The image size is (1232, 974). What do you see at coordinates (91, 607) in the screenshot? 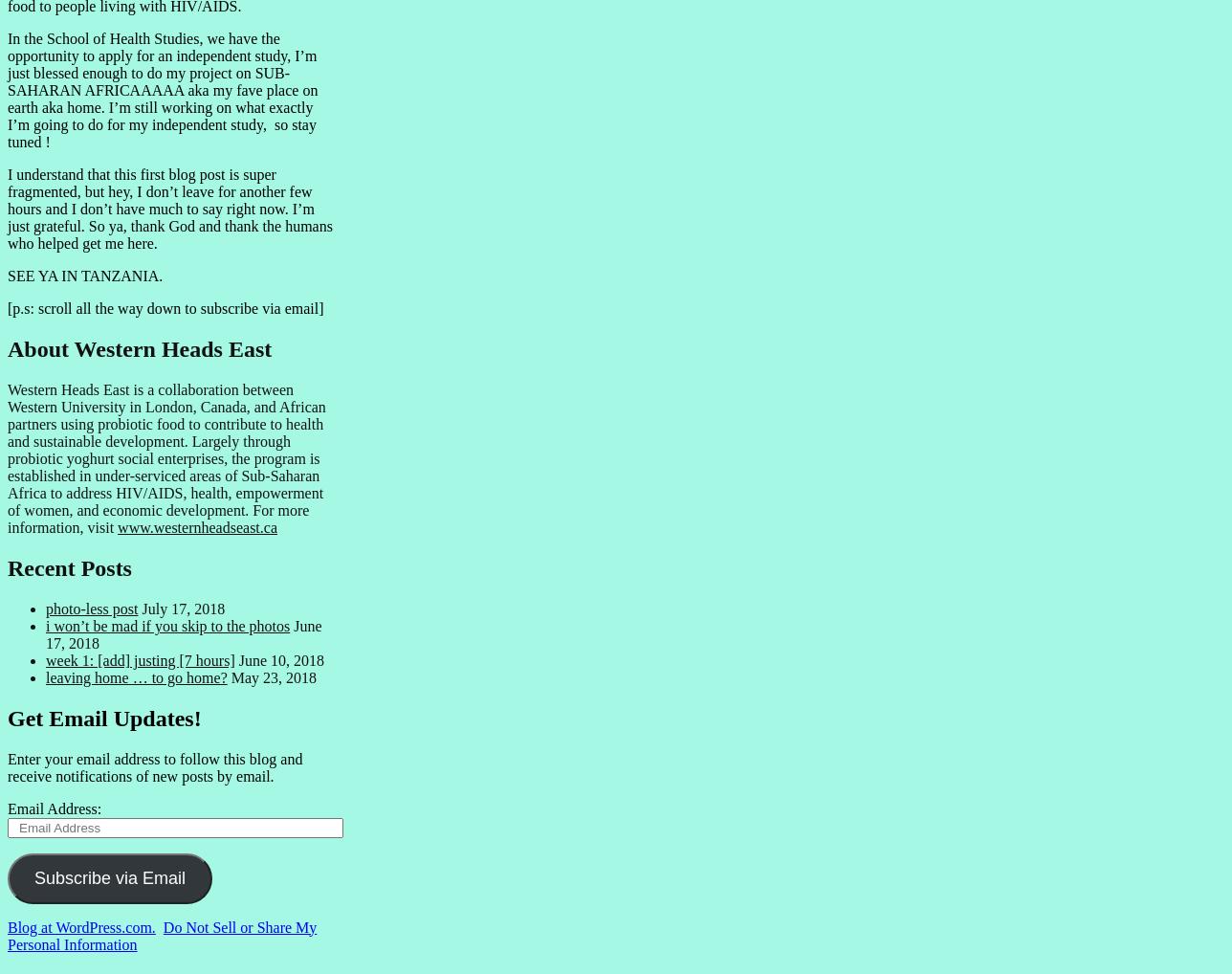
I see `'photo-less post'` at bounding box center [91, 607].